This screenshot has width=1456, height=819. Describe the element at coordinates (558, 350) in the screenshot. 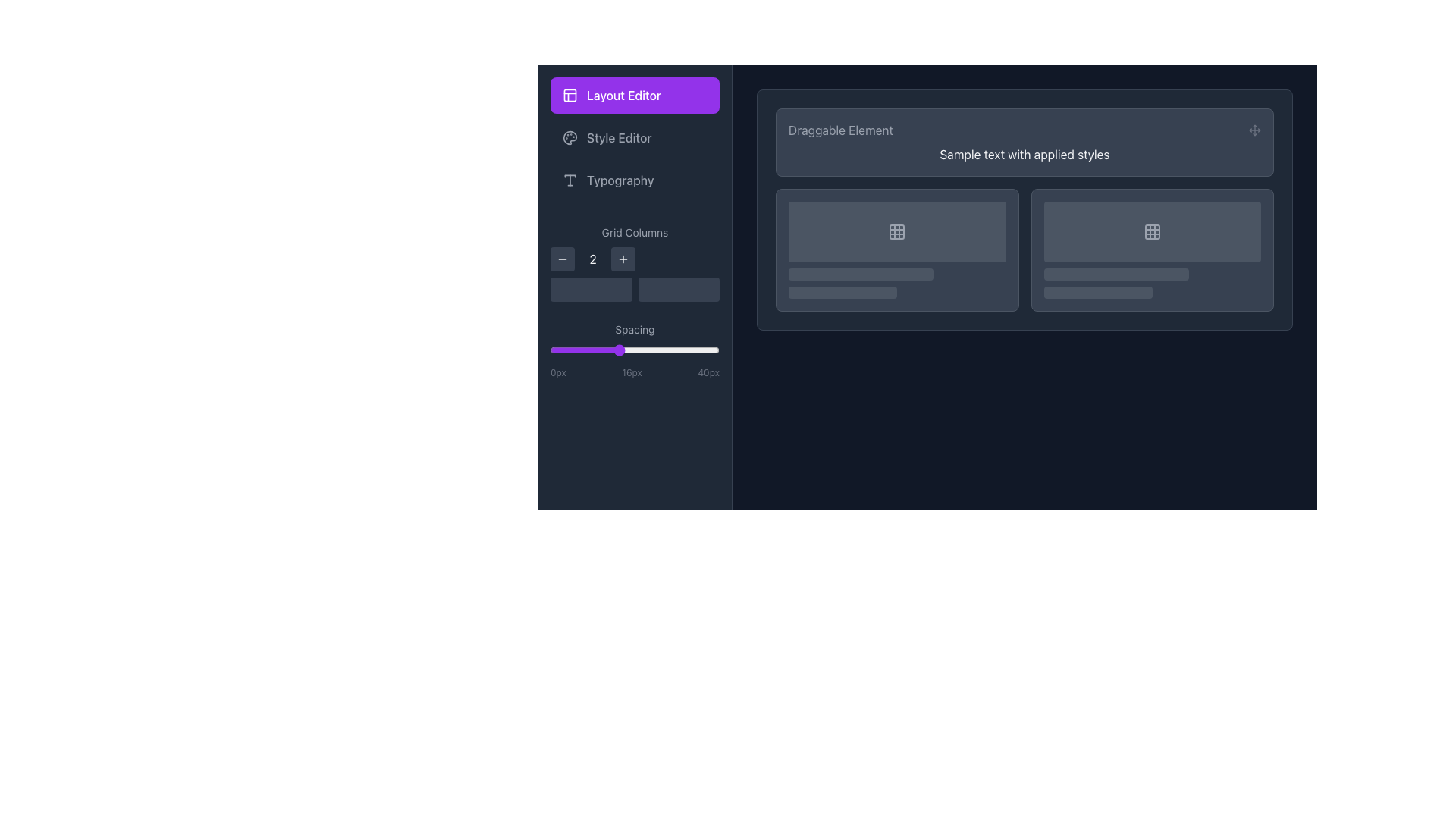

I see `the spacing value` at that location.